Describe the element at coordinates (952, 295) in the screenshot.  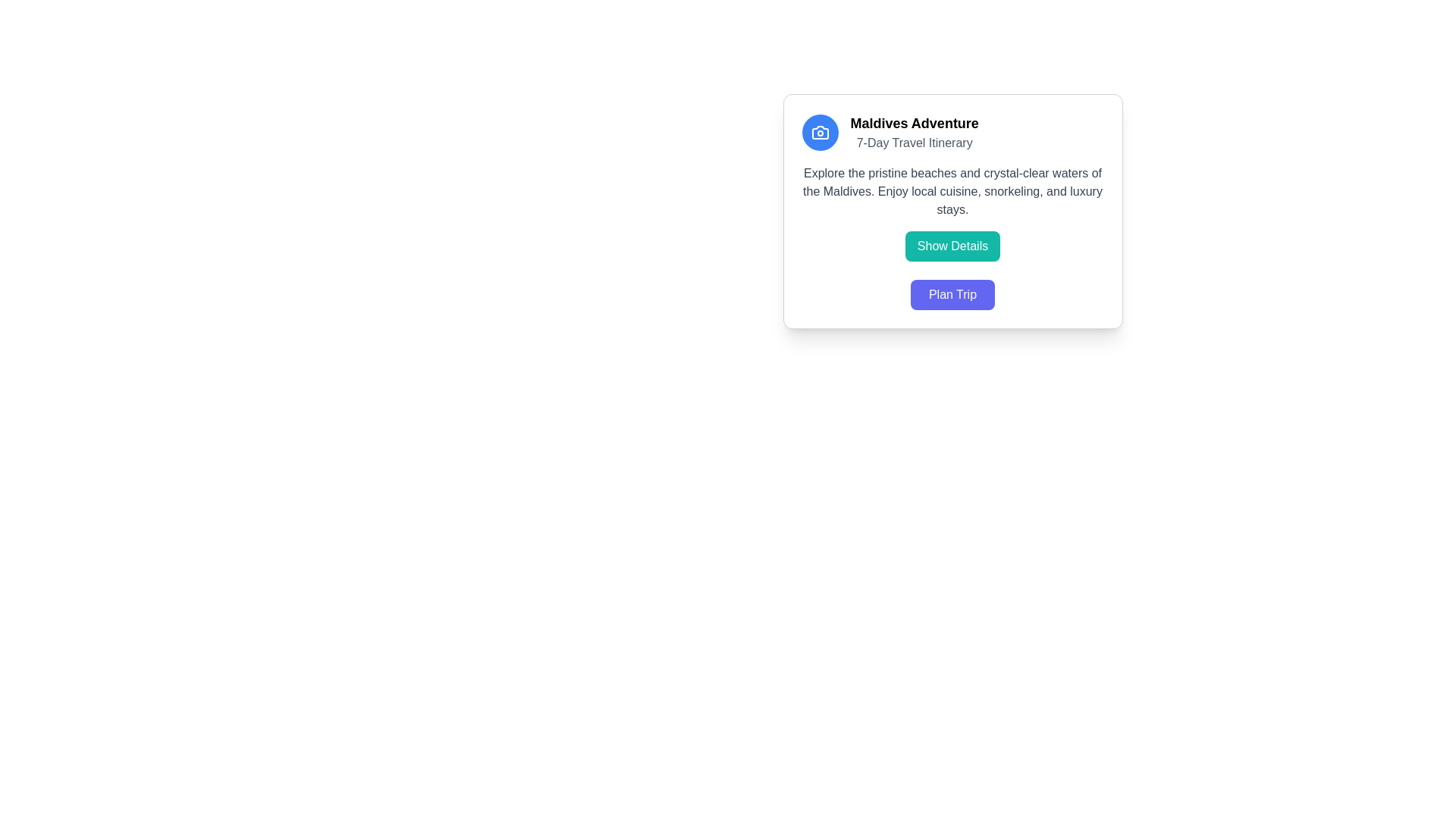
I see `the trip planning button located at the bottom of the 'Maldives Adventure' panel, just below the 'Show Details' green button` at that location.